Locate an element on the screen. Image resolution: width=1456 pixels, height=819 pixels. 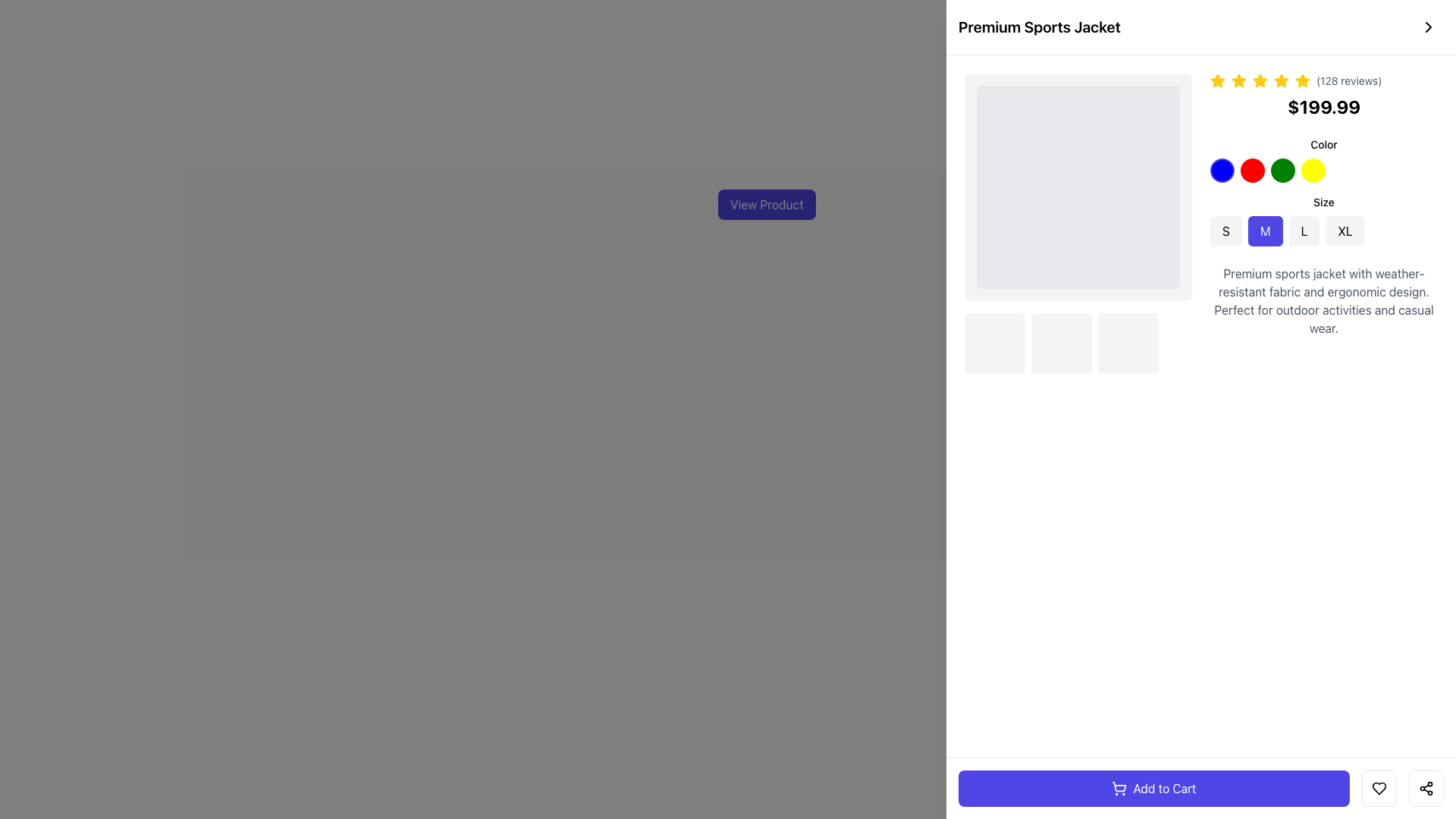
product description displayed in the text element located towards the bottom-right of the product display section is located at coordinates (1323, 301).